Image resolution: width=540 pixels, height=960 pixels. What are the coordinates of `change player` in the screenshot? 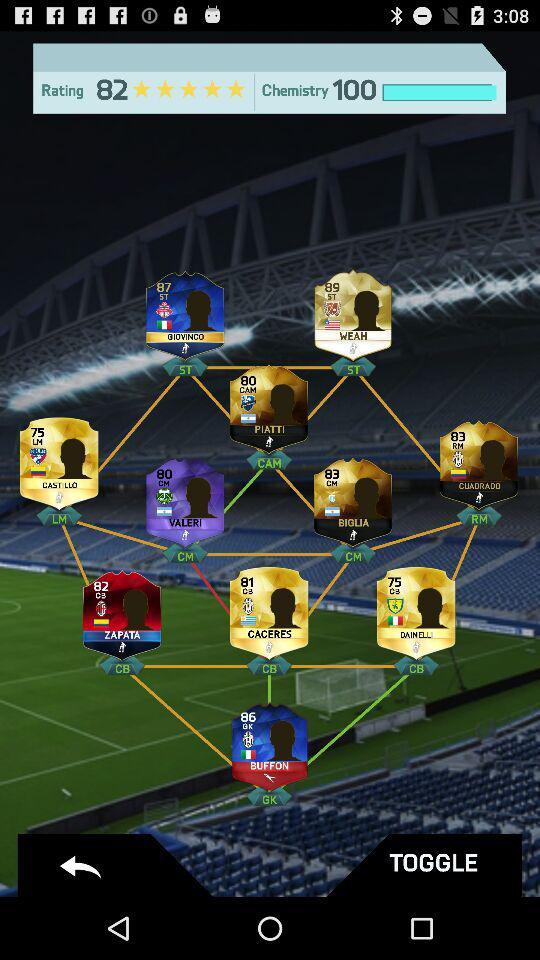 It's located at (352, 311).